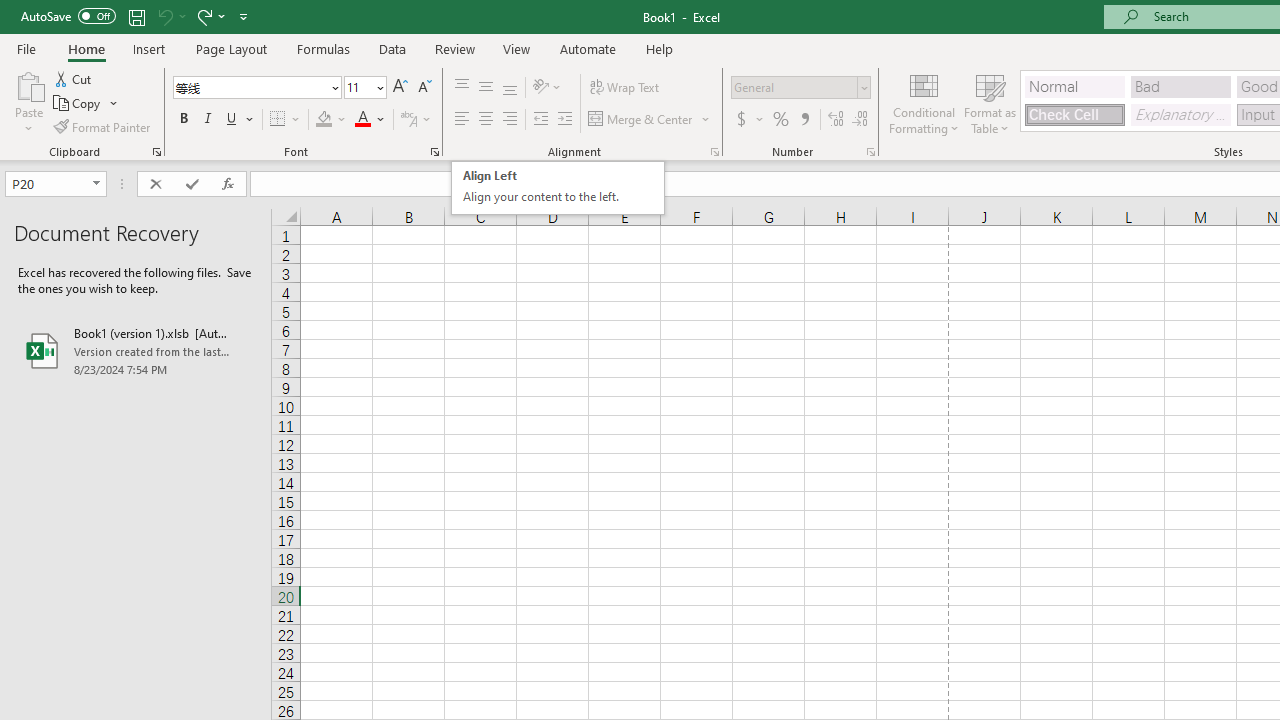 The height and width of the screenshot is (720, 1280). What do you see at coordinates (362, 119) in the screenshot?
I see `'Font Color RGB(255, 0, 0)'` at bounding box center [362, 119].